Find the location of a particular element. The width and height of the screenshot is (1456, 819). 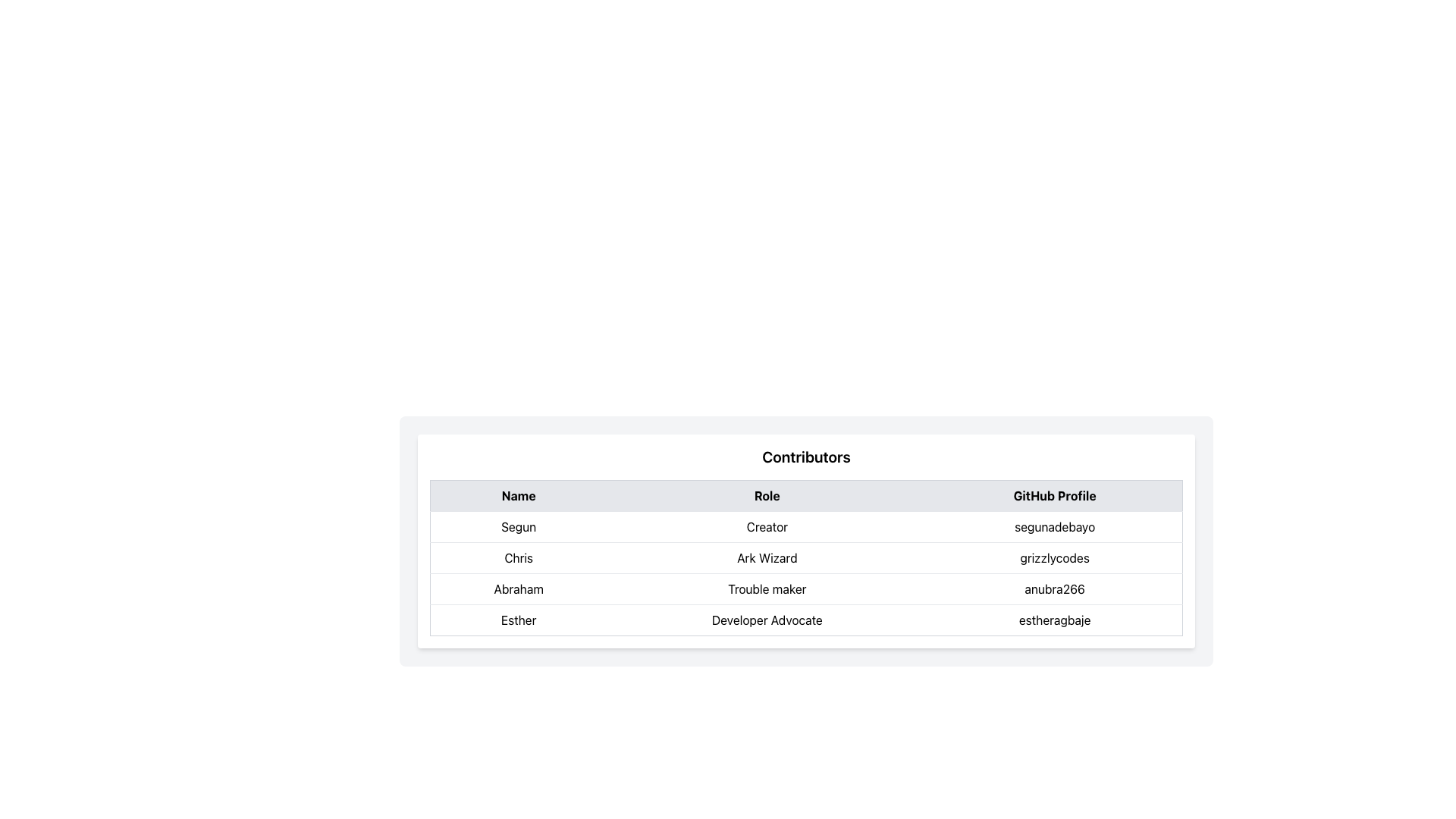

the section of the second row in the Contributors table that displays information about the contributor named 'Chris', who is the 'Ark Wizard' and has the profile 'grizzlycodes' is located at coordinates (805, 558).